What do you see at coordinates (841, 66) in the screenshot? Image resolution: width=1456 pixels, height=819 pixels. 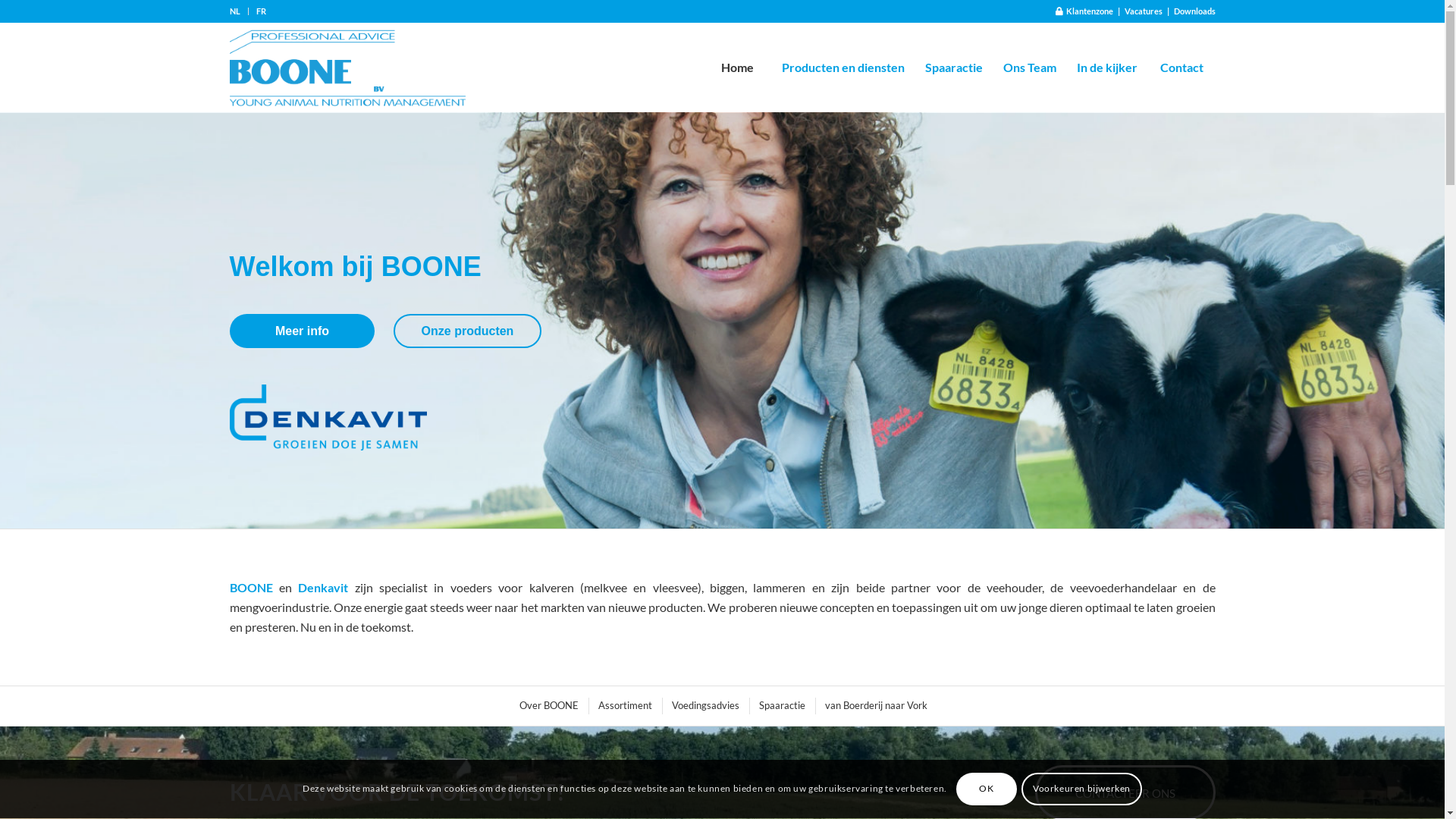 I see `'Producten en diensten'` at bounding box center [841, 66].